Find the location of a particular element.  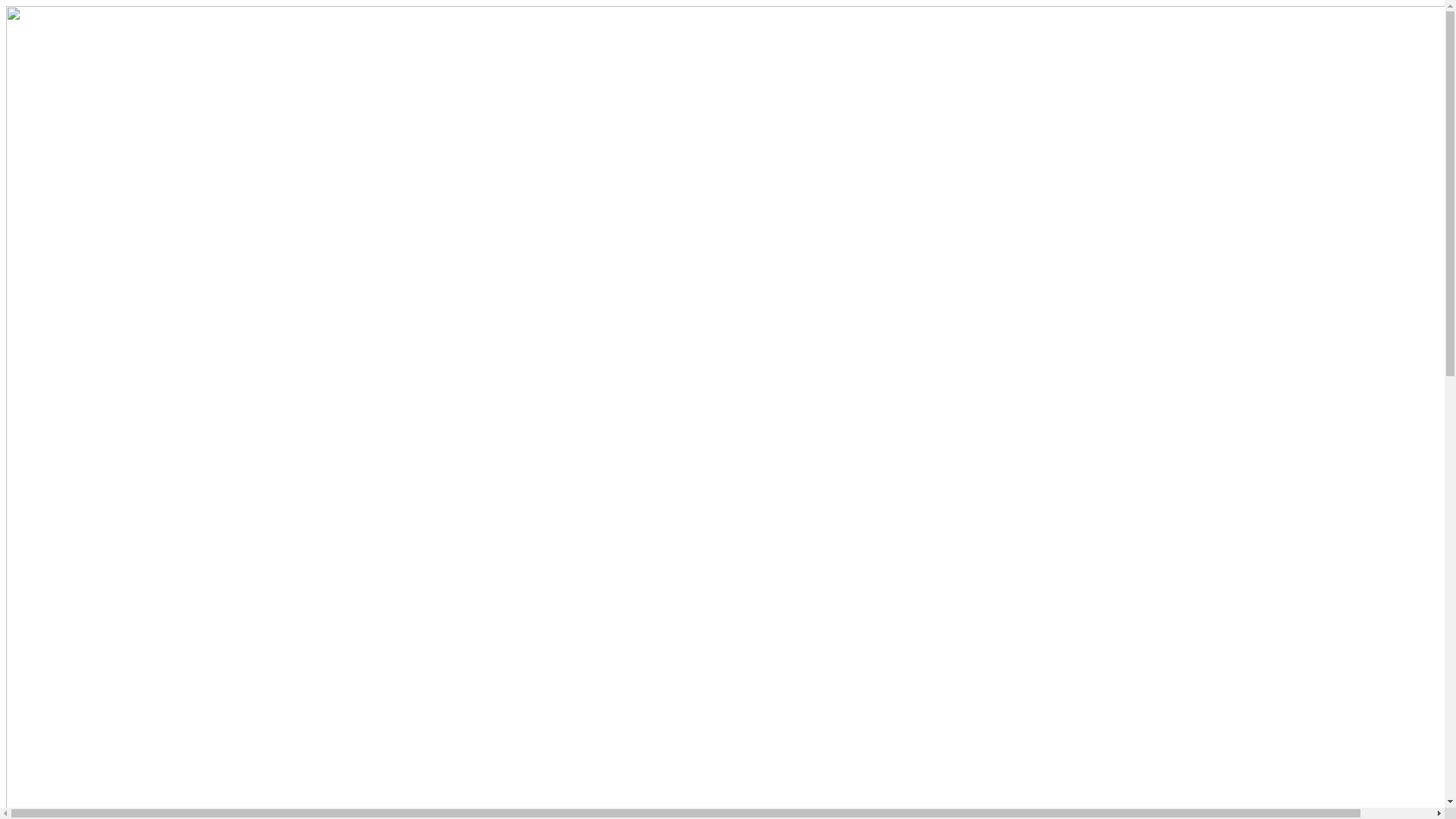

'Zum Inhalt springen' is located at coordinates (5, 5).